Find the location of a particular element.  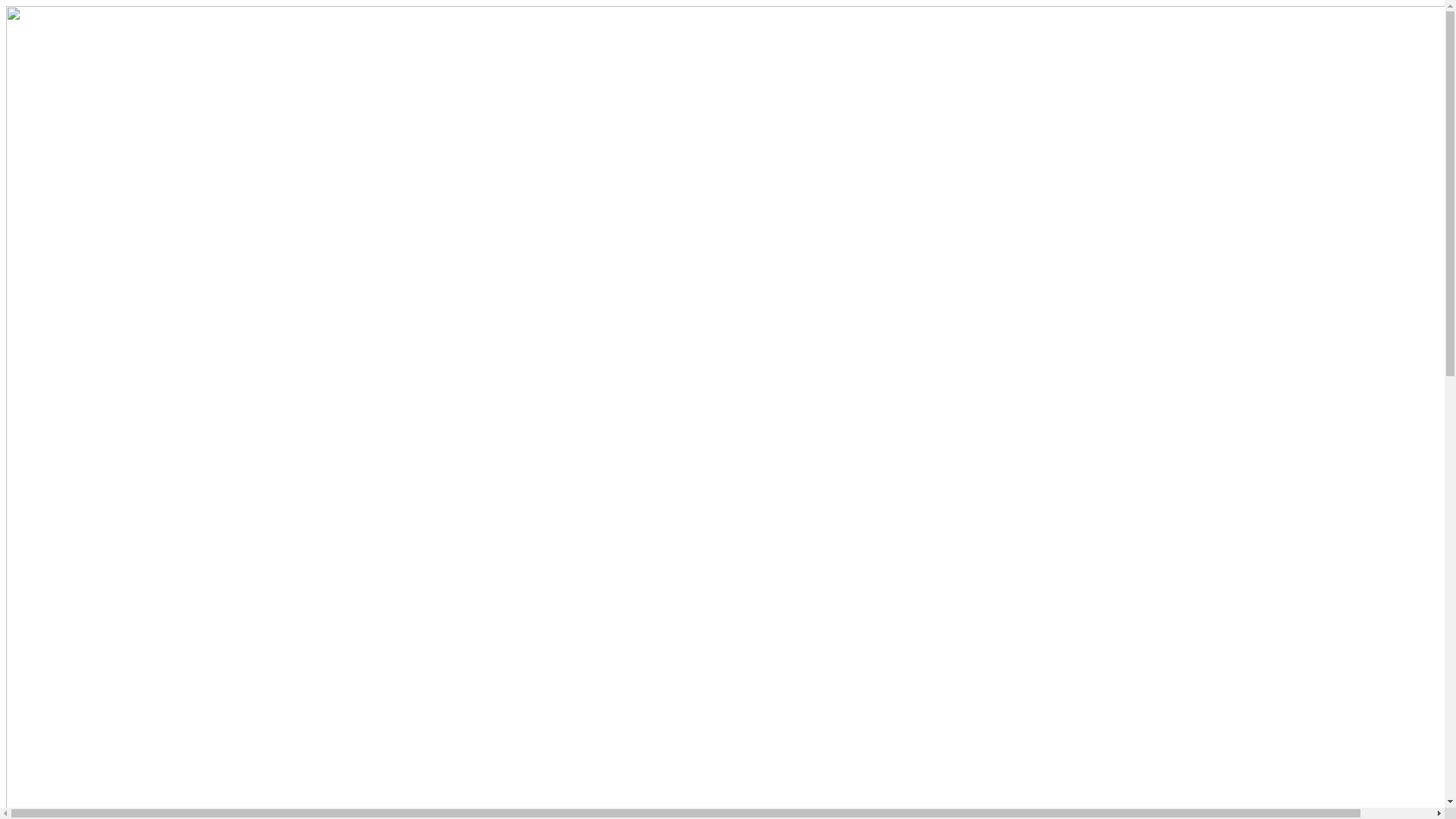

'Zum Inhalt springen' is located at coordinates (5, 5).